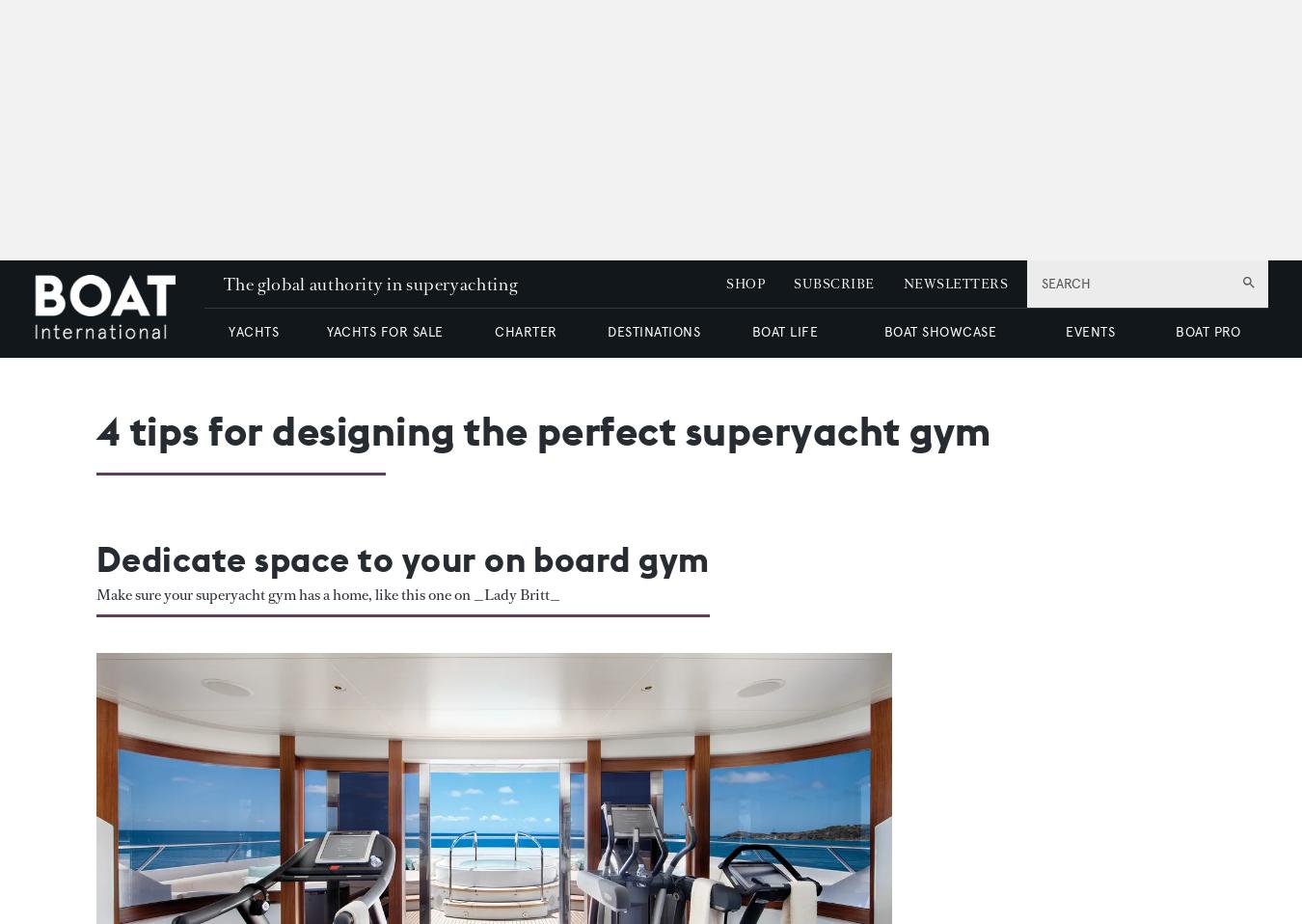 This screenshot has height=924, width=1302. Describe the element at coordinates (1065, 331) in the screenshot. I see `'EVENTS'` at that location.